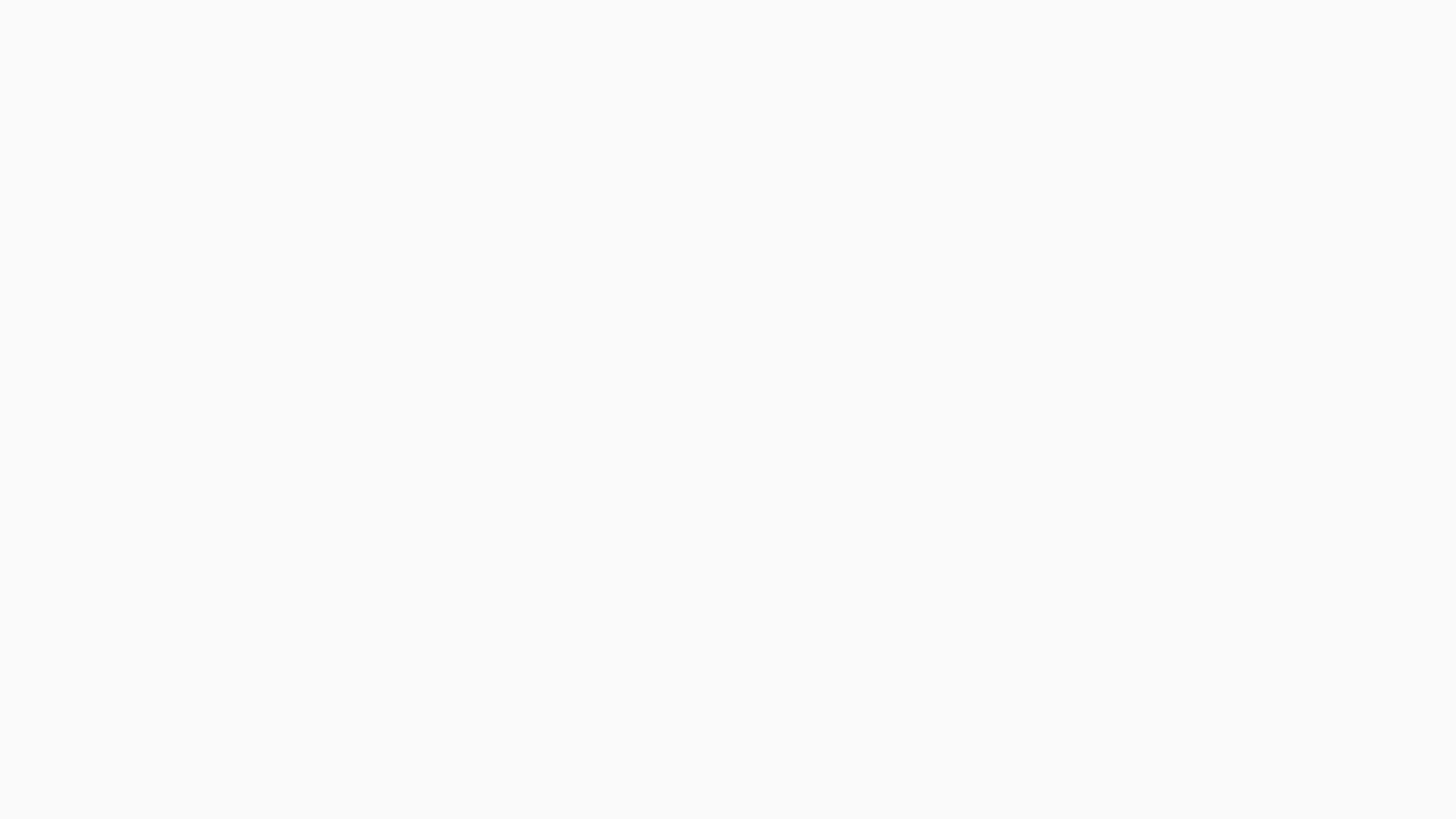  Describe the element at coordinates (1393, 20) in the screenshot. I see `Change Language: English (US)` at that location.